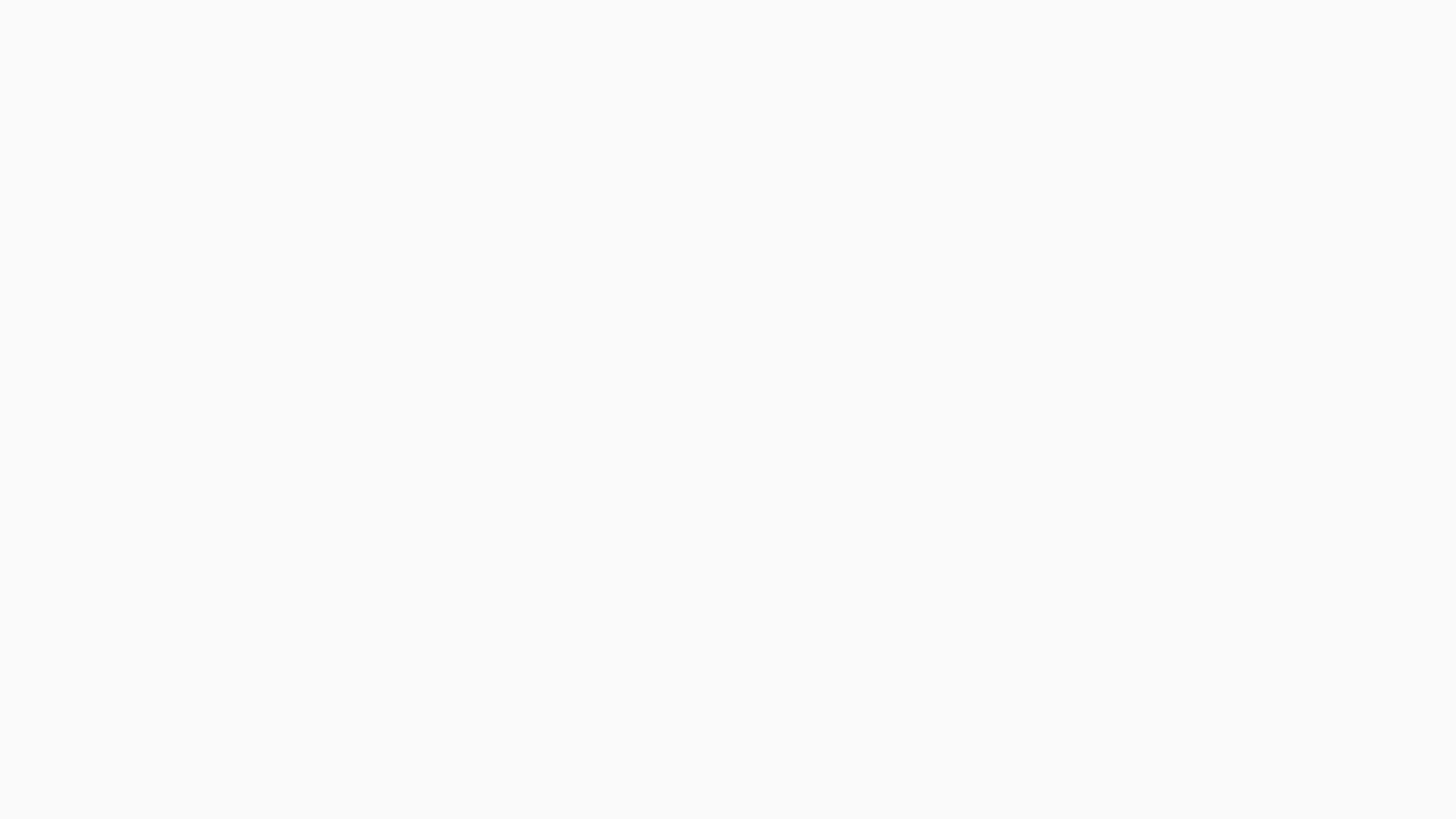  Describe the element at coordinates (1393, 20) in the screenshot. I see `Change Language: English (US)` at that location.